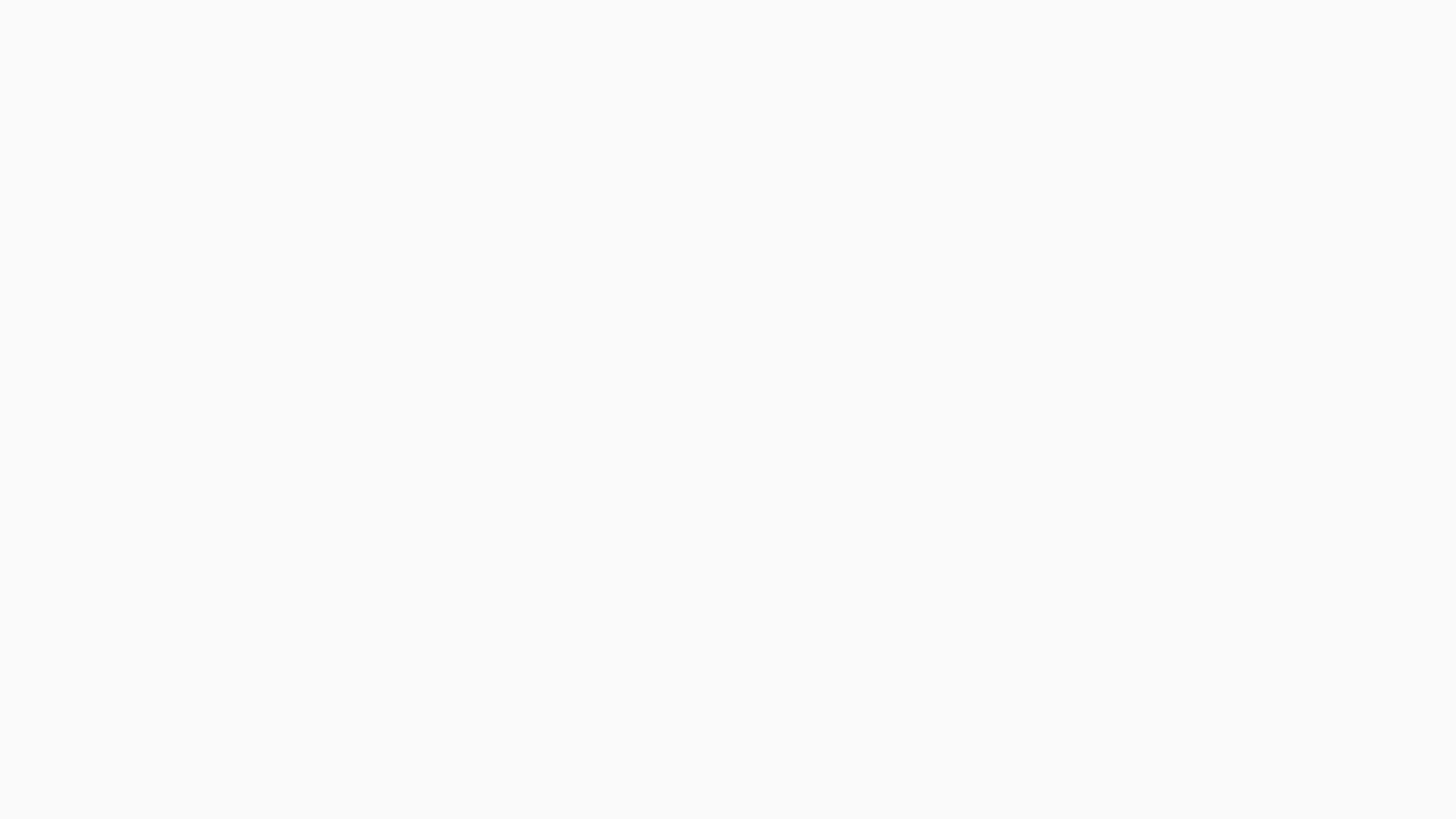  Describe the element at coordinates (1393, 20) in the screenshot. I see `Change Language: English (US)` at that location.